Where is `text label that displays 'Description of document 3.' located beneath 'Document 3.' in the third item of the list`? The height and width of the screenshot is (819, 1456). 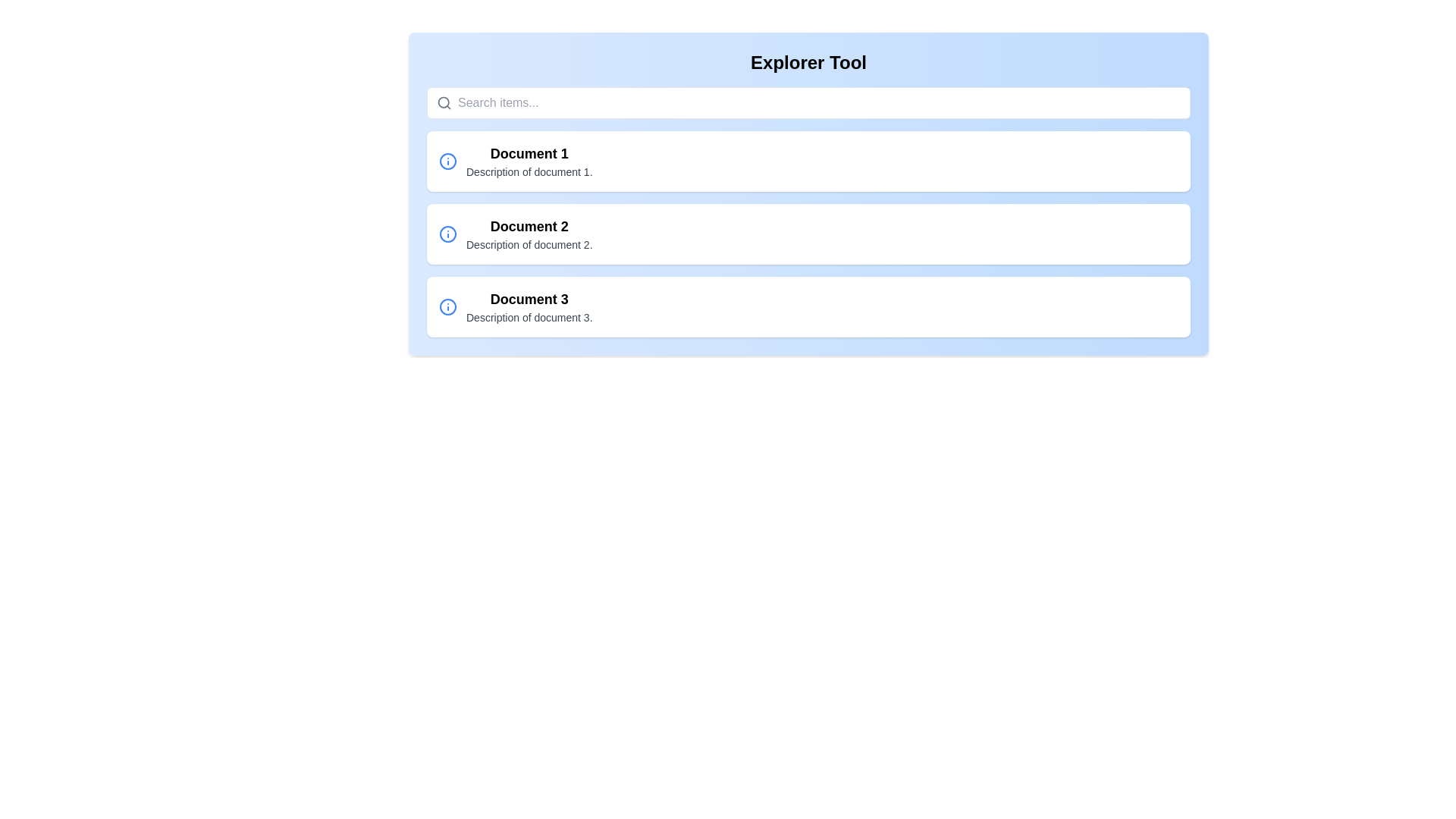 text label that displays 'Description of document 3.' located beneath 'Document 3.' in the third item of the list is located at coordinates (529, 317).